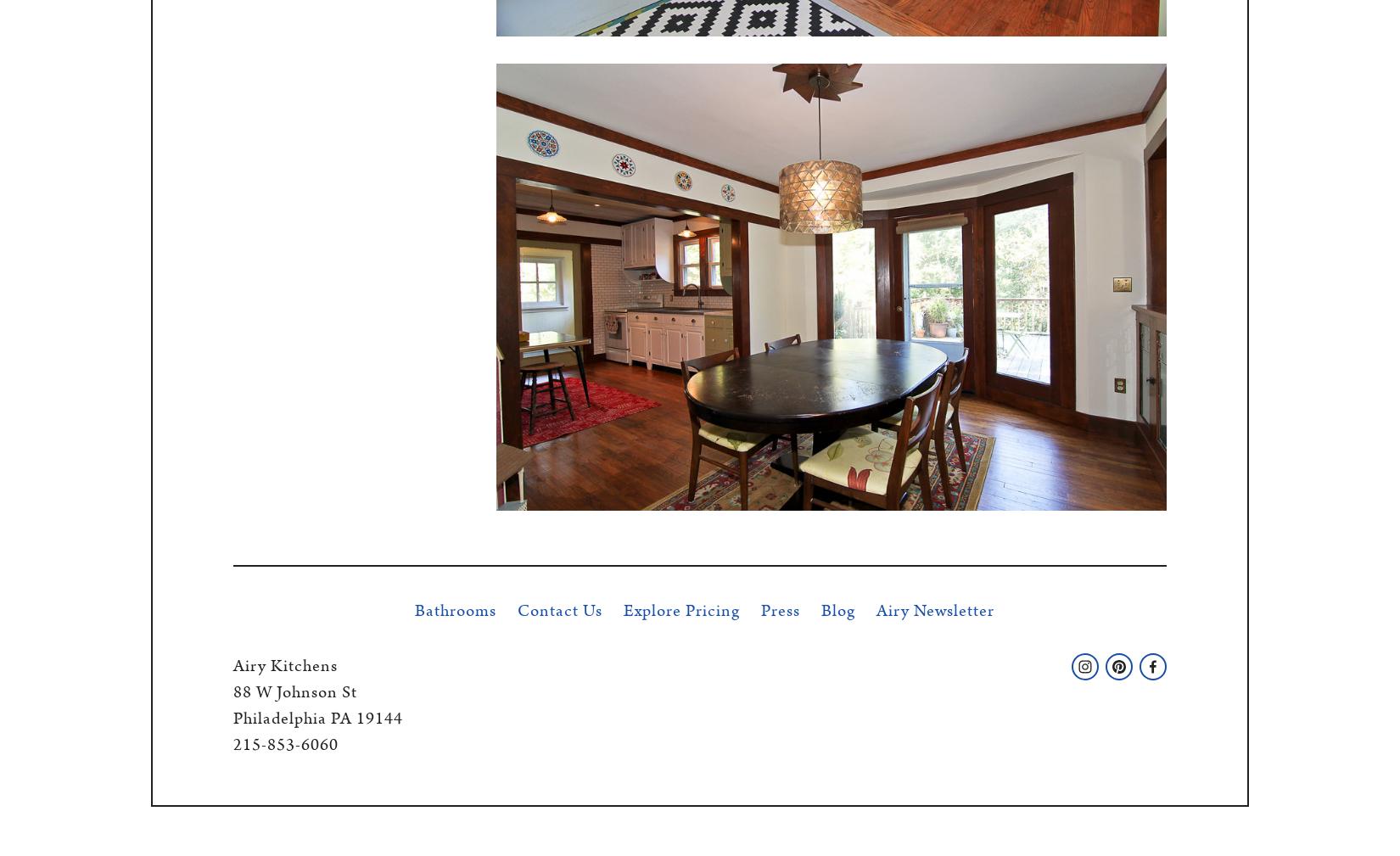 The width and height of the screenshot is (1400, 856). What do you see at coordinates (680, 610) in the screenshot?
I see `'Explore Pricing'` at bounding box center [680, 610].